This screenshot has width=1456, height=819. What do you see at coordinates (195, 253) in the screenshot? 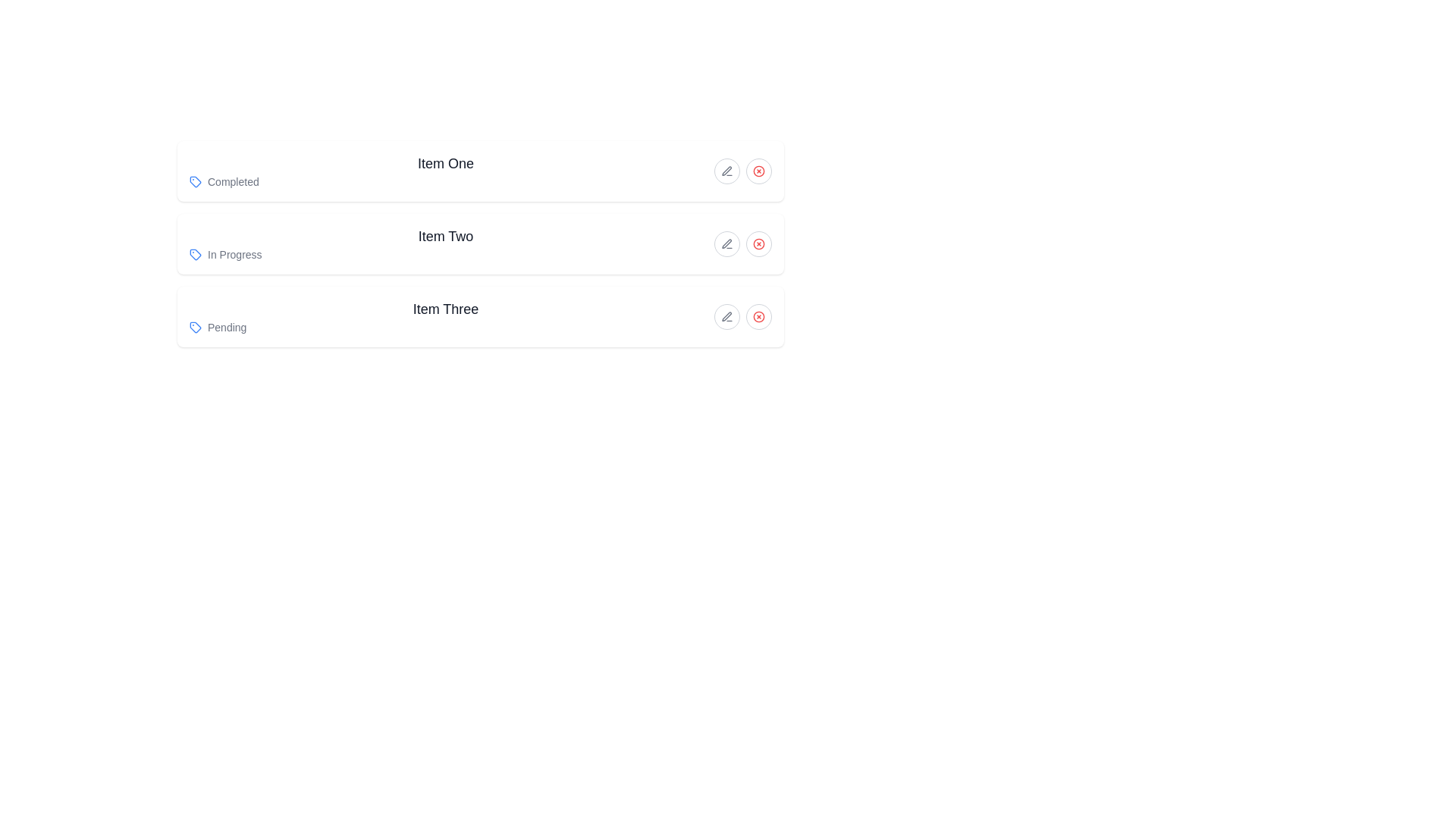
I see `the status icon located to the left of the label 'Completed', 'In Progress', or 'Pending' for items labeled as 'Item One', 'Item Two', and 'Item Three'` at bounding box center [195, 253].